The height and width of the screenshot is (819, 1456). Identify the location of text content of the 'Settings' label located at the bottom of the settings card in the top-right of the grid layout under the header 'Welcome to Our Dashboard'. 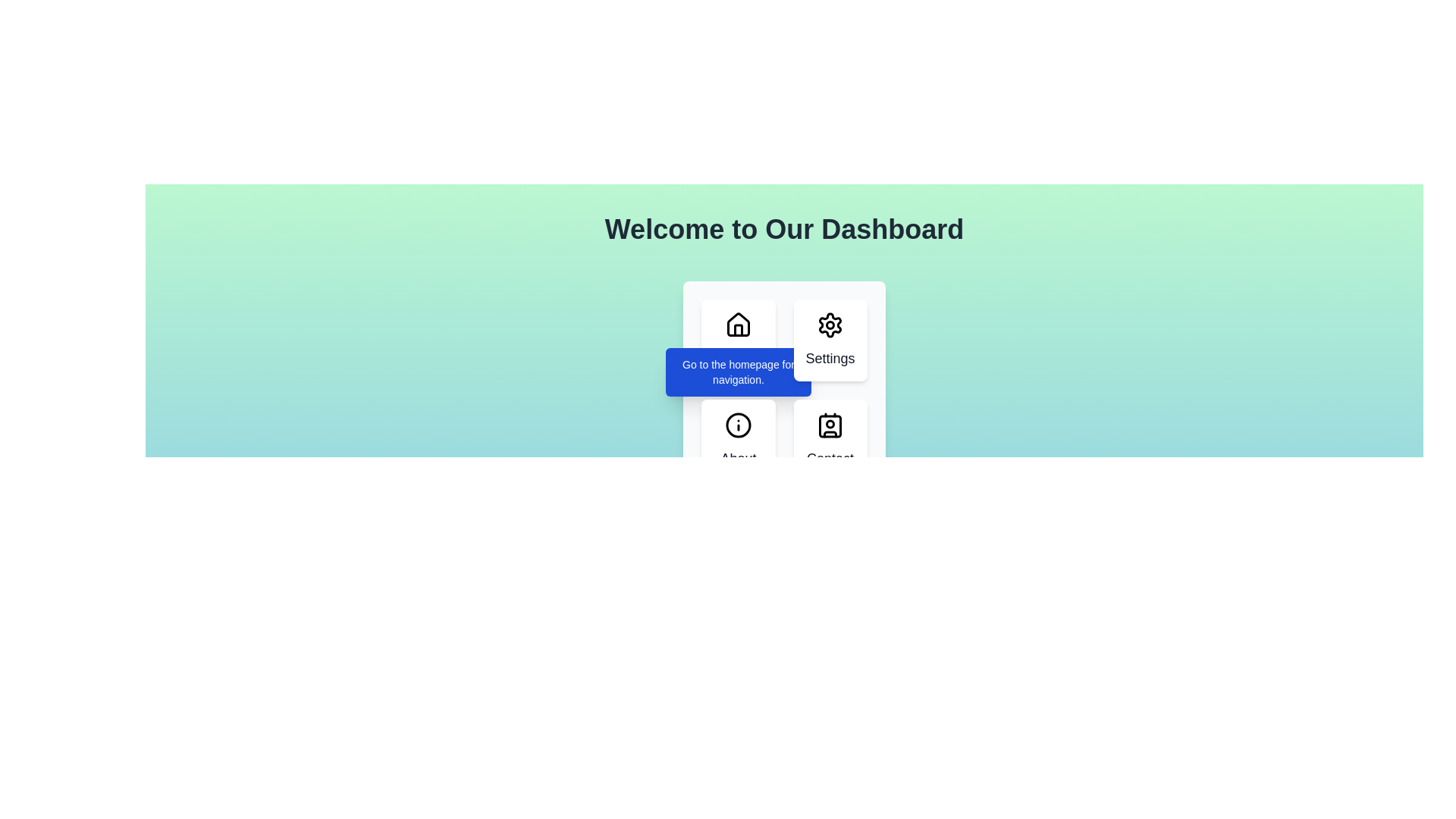
(829, 359).